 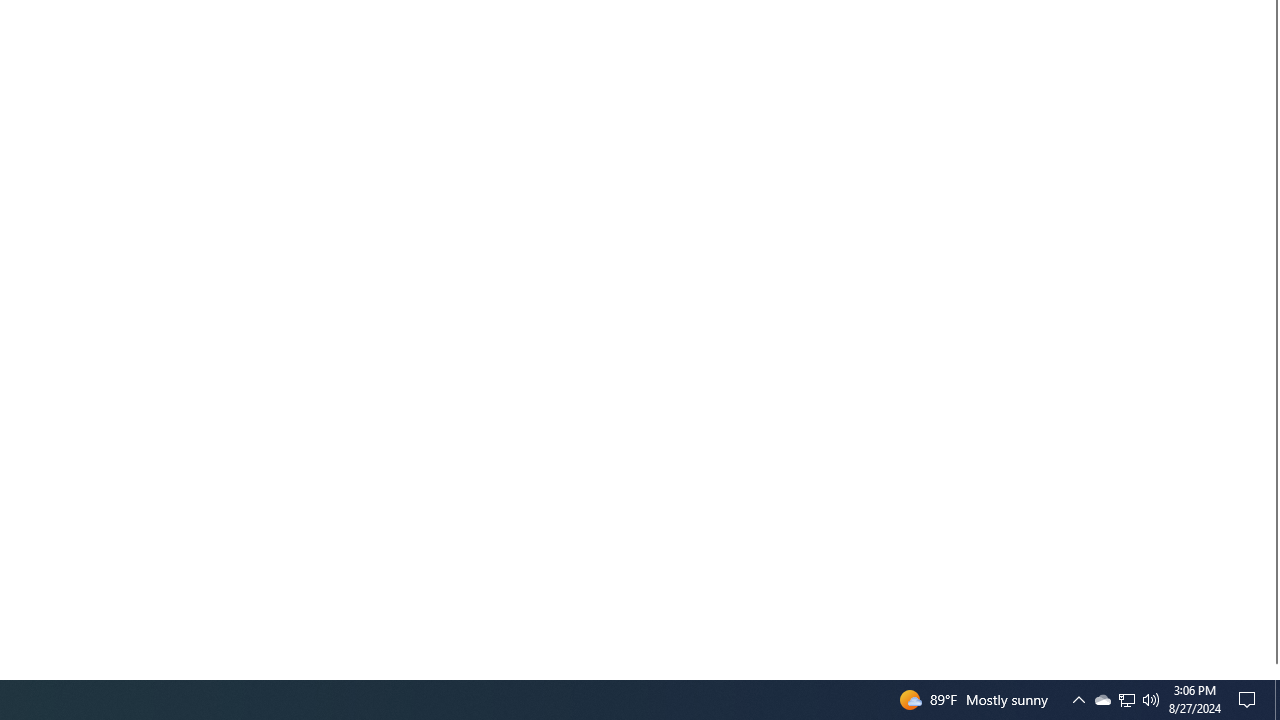 What do you see at coordinates (1271, 671) in the screenshot?
I see `'Vertical Small Increase'` at bounding box center [1271, 671].